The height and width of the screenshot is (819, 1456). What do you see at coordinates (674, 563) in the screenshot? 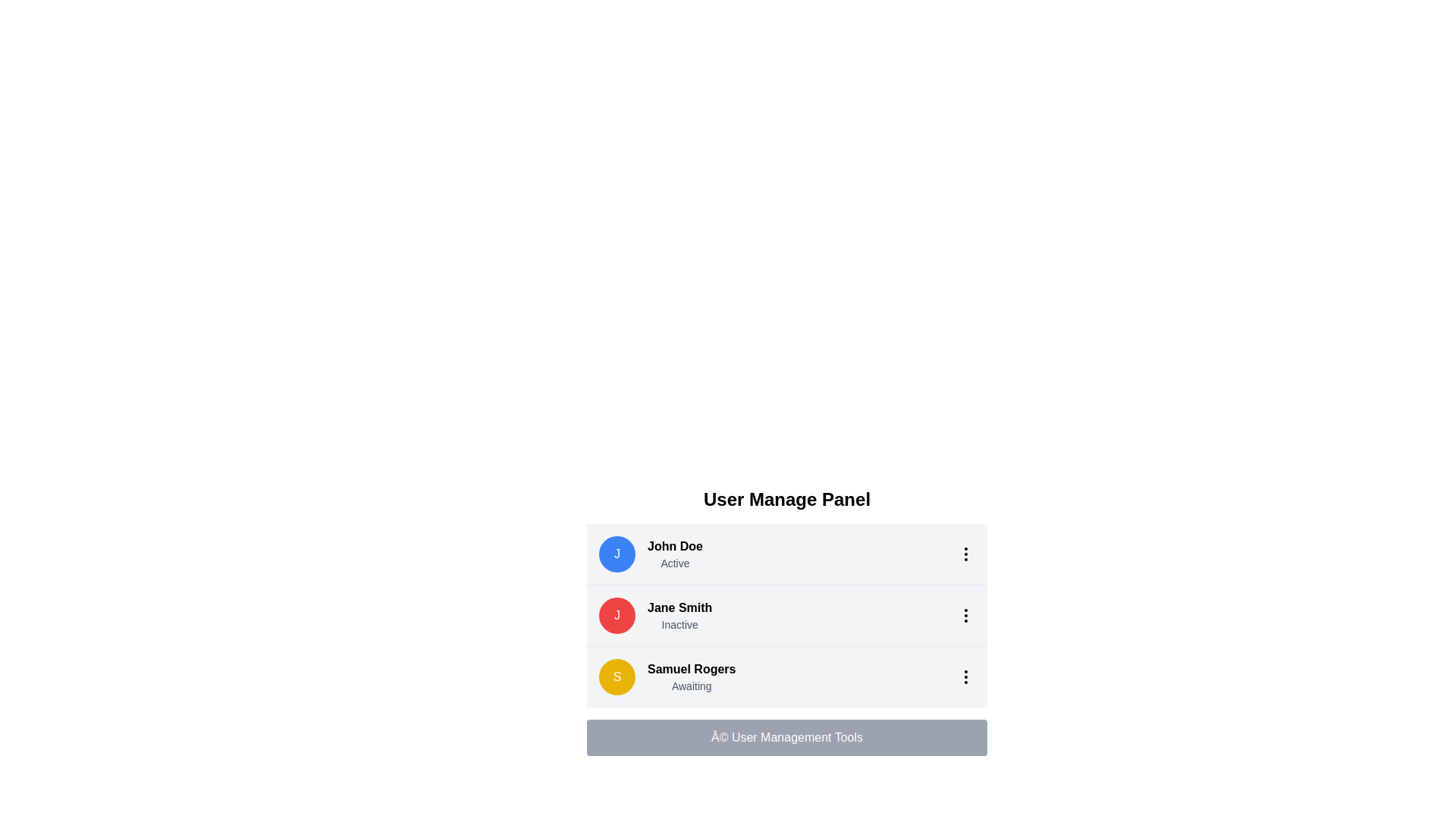
I see `the 'Active' status text label for user 'John Doe' in the User Manage Panel, located in the second row beneath the name text` at bounding box center [674, 563].